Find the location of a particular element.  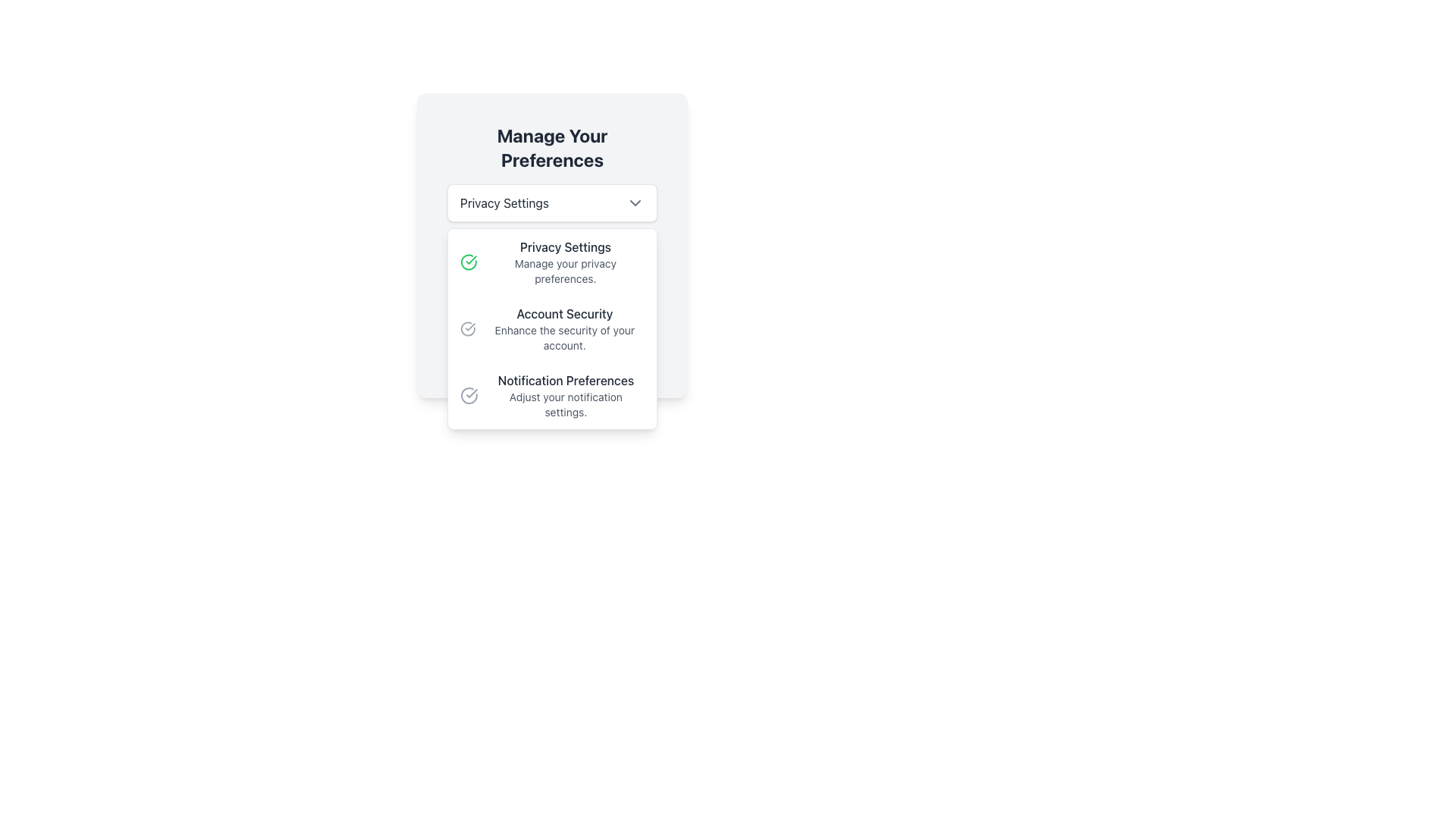

the dropdown menu located below the 'Privacy Settings' header is located at coordinates (551, 328).